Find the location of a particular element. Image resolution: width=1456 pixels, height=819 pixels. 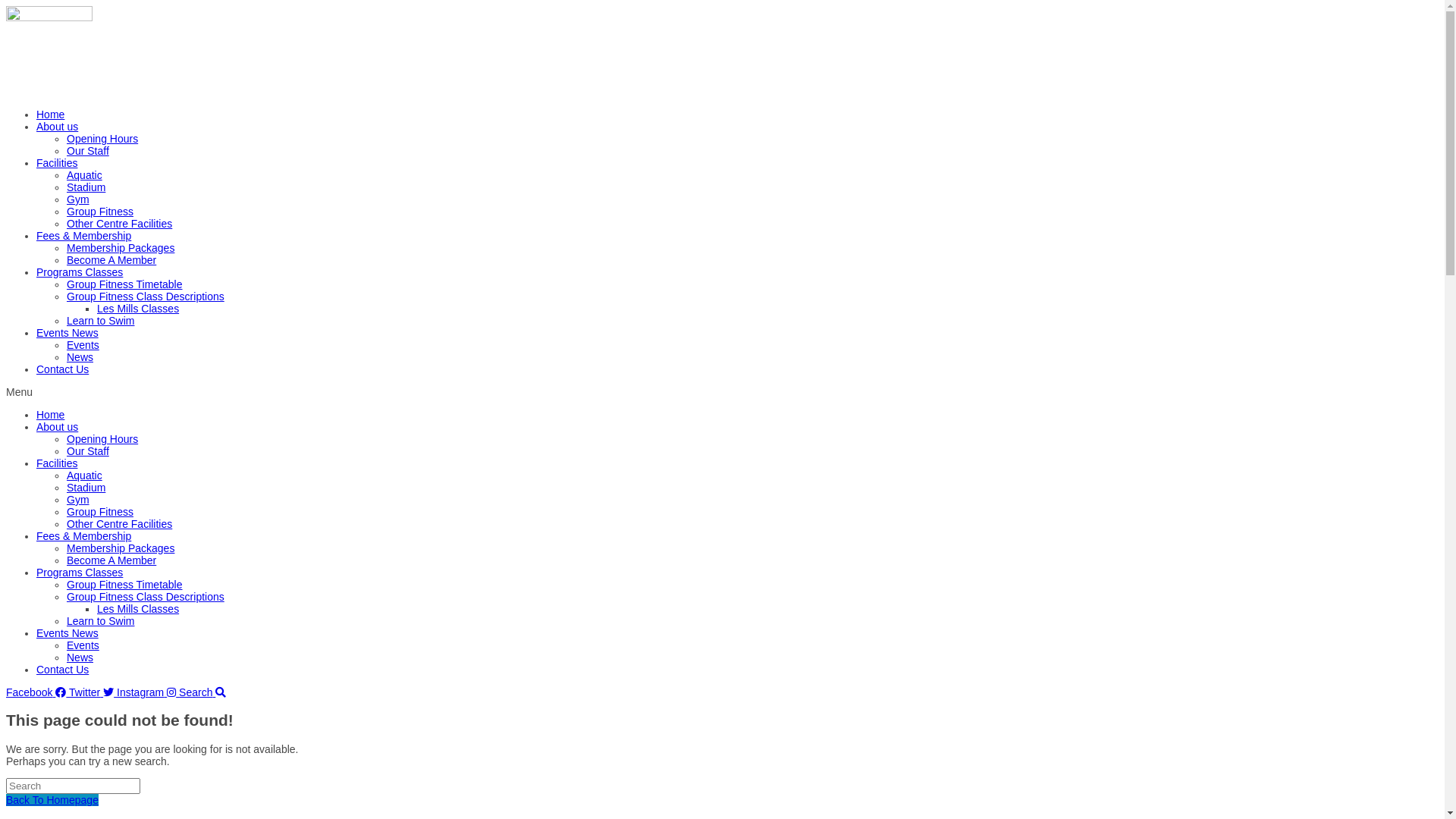

'Programs Classes' is located at coordinates (79, 573).